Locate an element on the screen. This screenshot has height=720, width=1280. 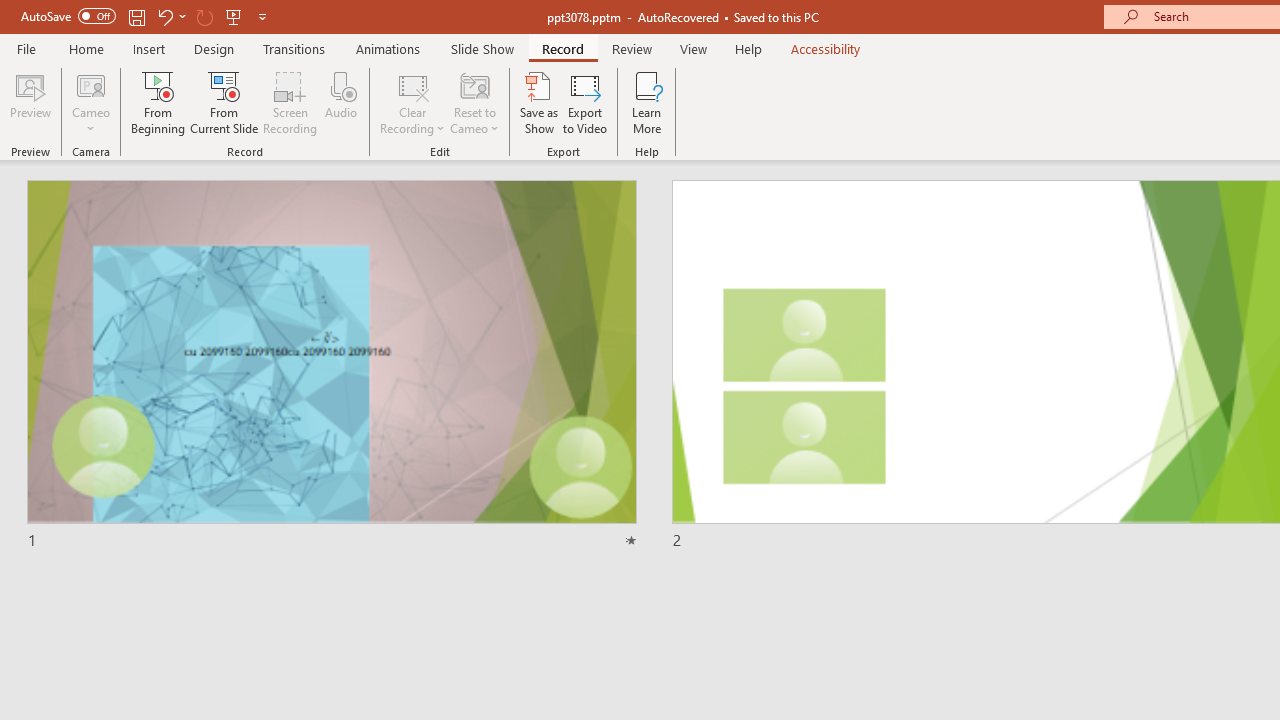
'Export to Video' is located at coordinates (584, 103).